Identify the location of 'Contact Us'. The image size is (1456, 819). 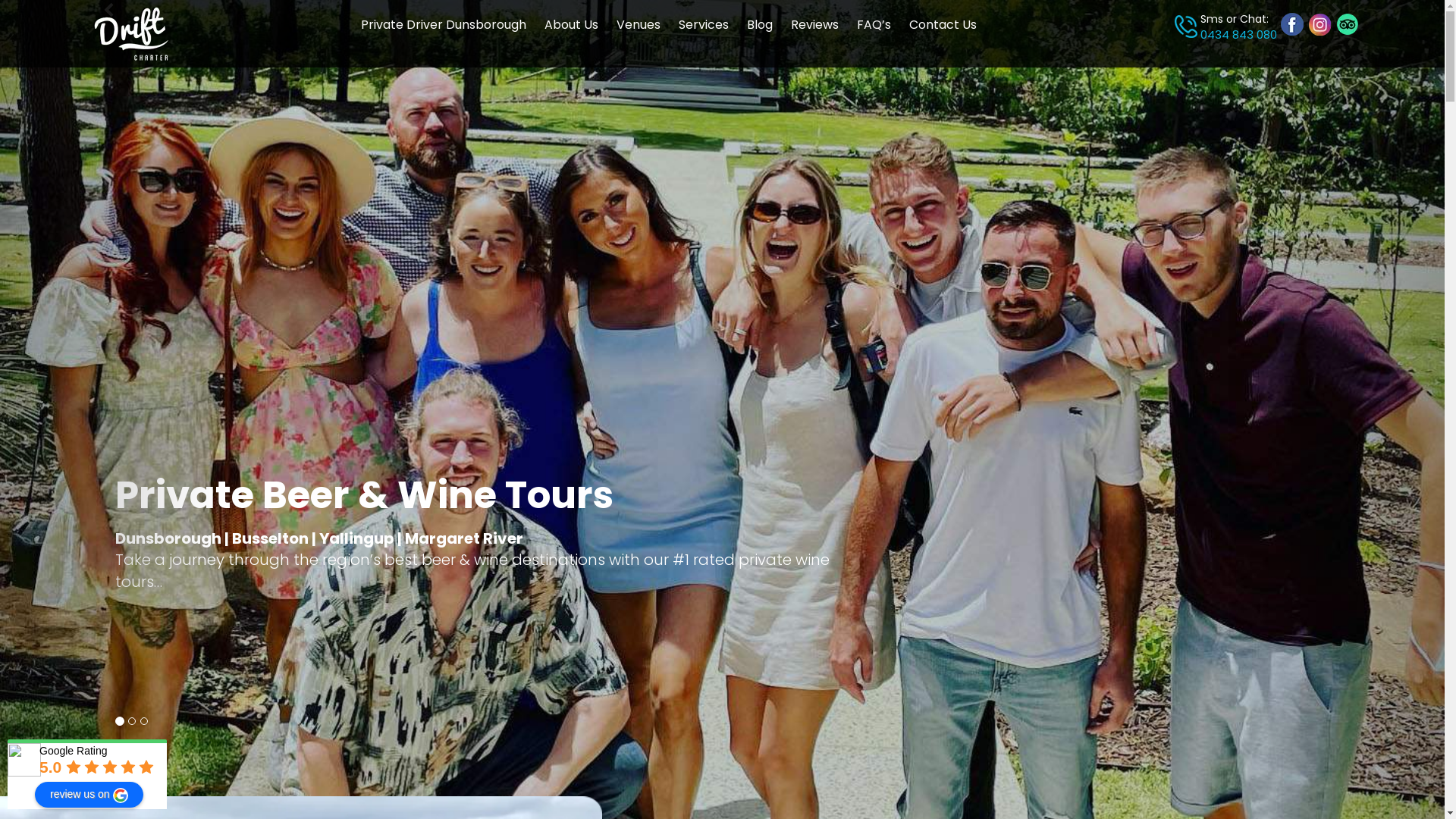
(942, 25).